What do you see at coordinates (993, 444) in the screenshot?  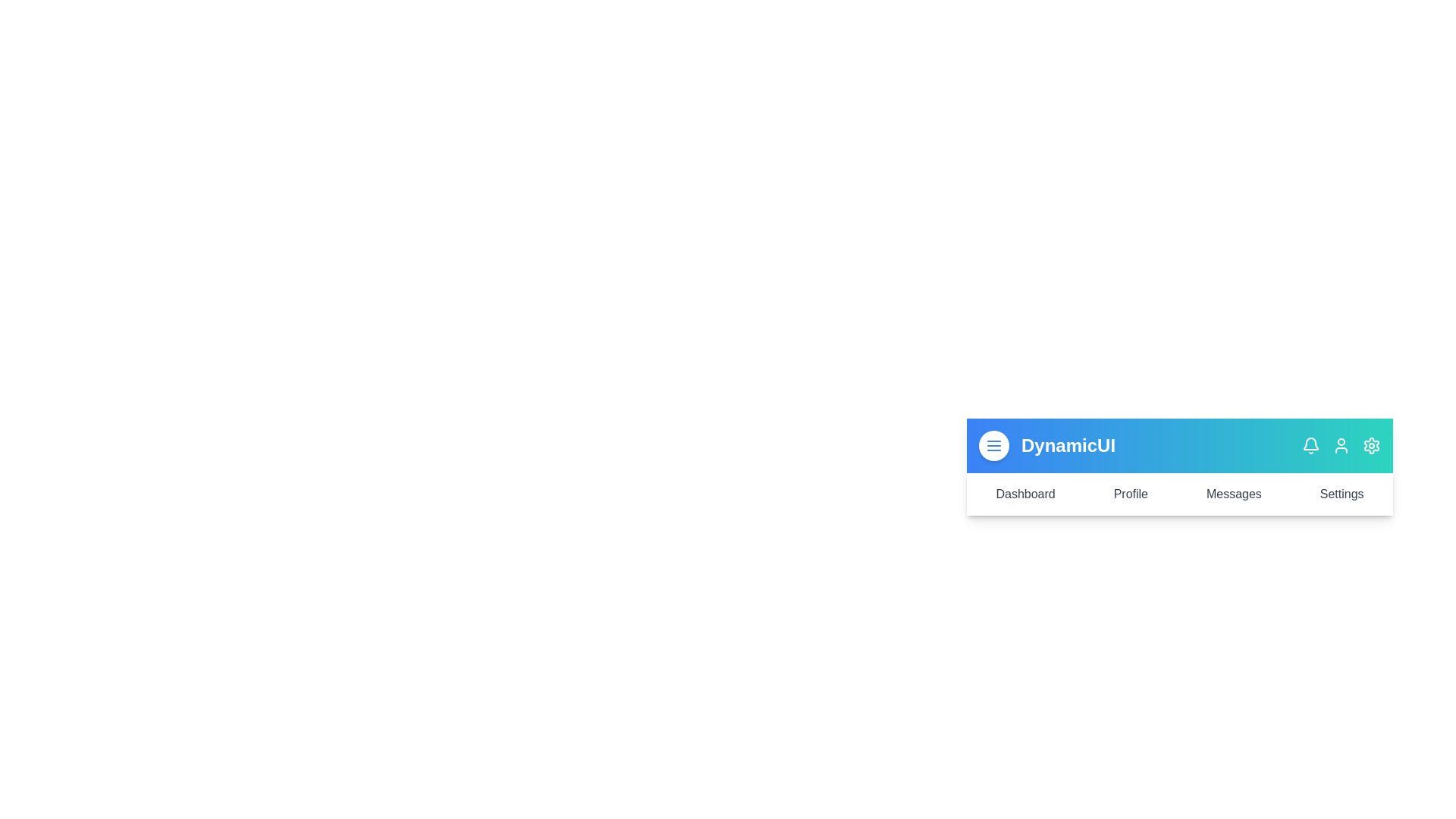 I see `the menu button to toggle the menu visibility` at bounding box center [993, 444].